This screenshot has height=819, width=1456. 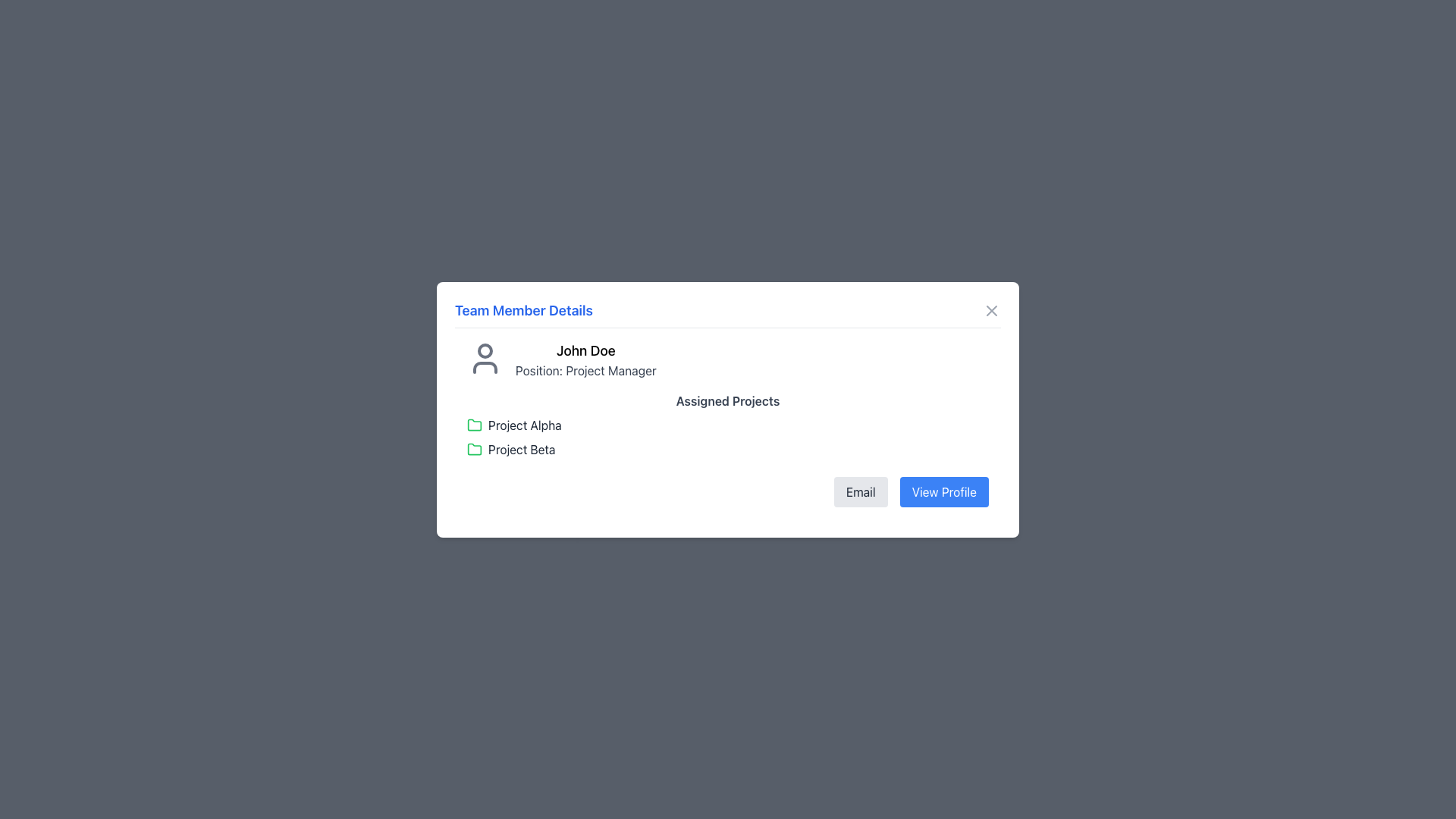 I want to click on the static text element displaying the job title of 'John Doe' located in the 'Team Member Details' pop-up window, so click(x=585, y=370).